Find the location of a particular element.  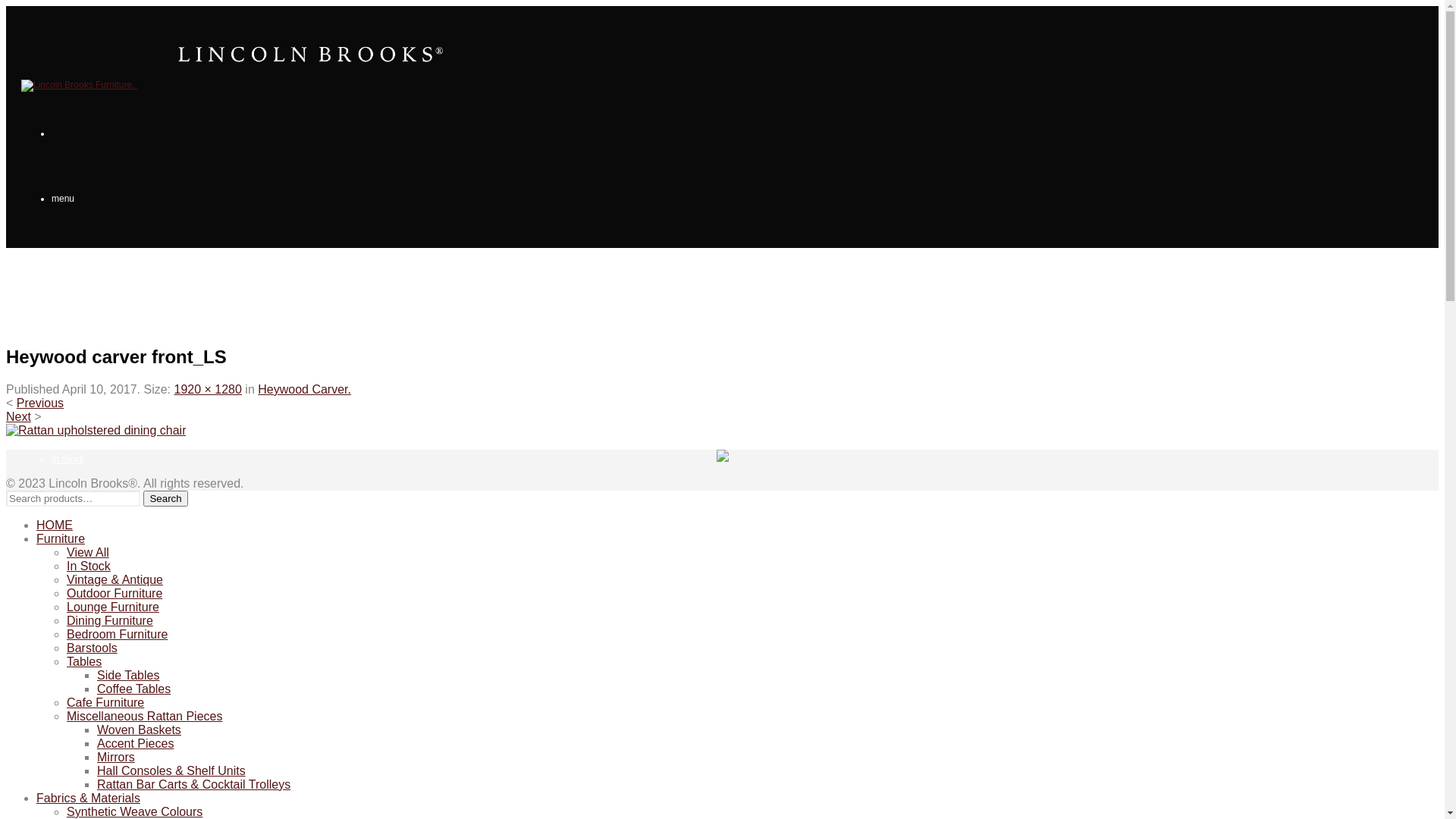

'Outdoor Furniture' is located at coordinates (86, 589).